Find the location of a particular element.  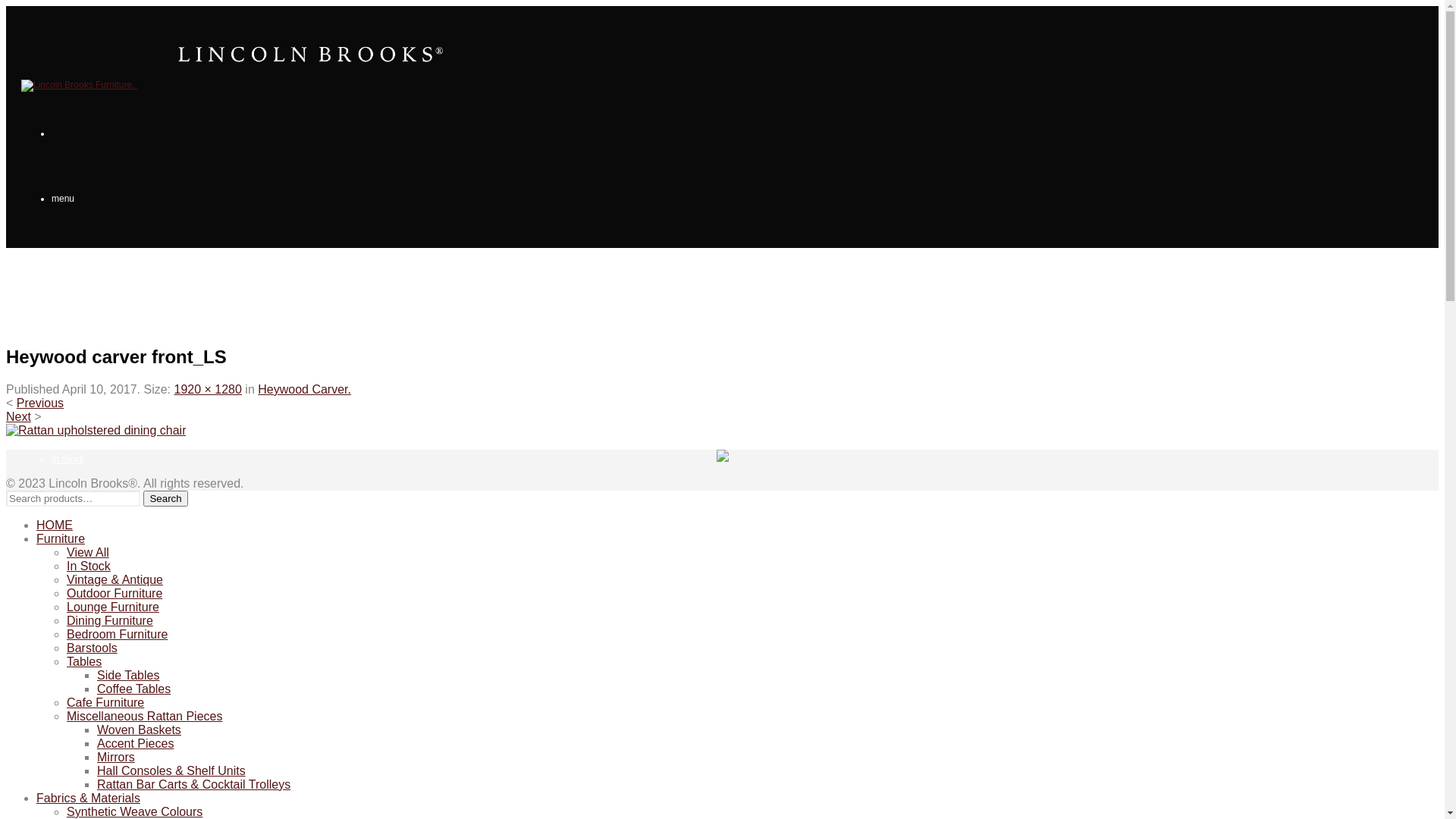

'Outdoor Furniture' is located at coordinates (86, 589).